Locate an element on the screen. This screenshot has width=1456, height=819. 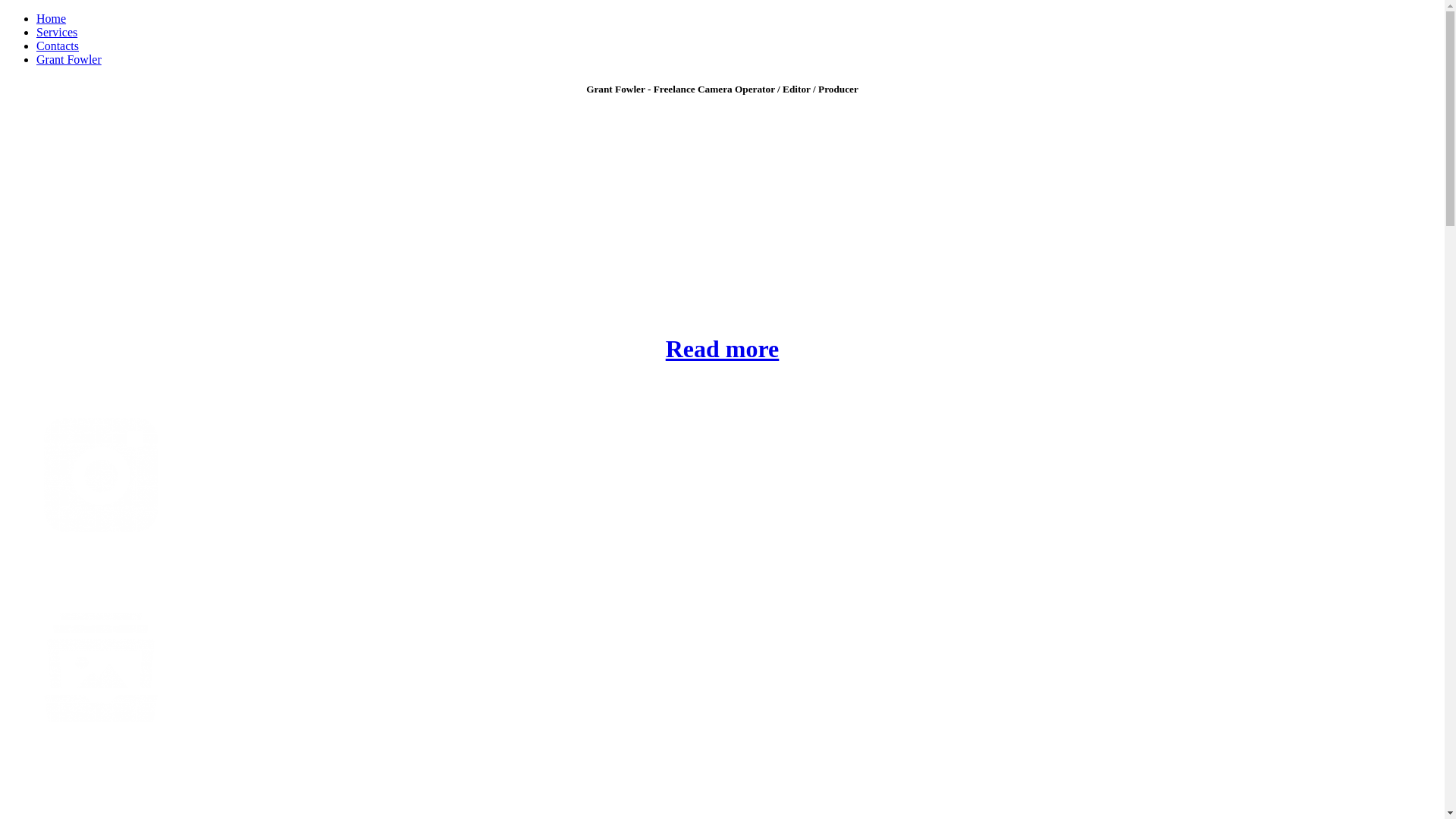
'Services' is located at coordinates (57, 32).